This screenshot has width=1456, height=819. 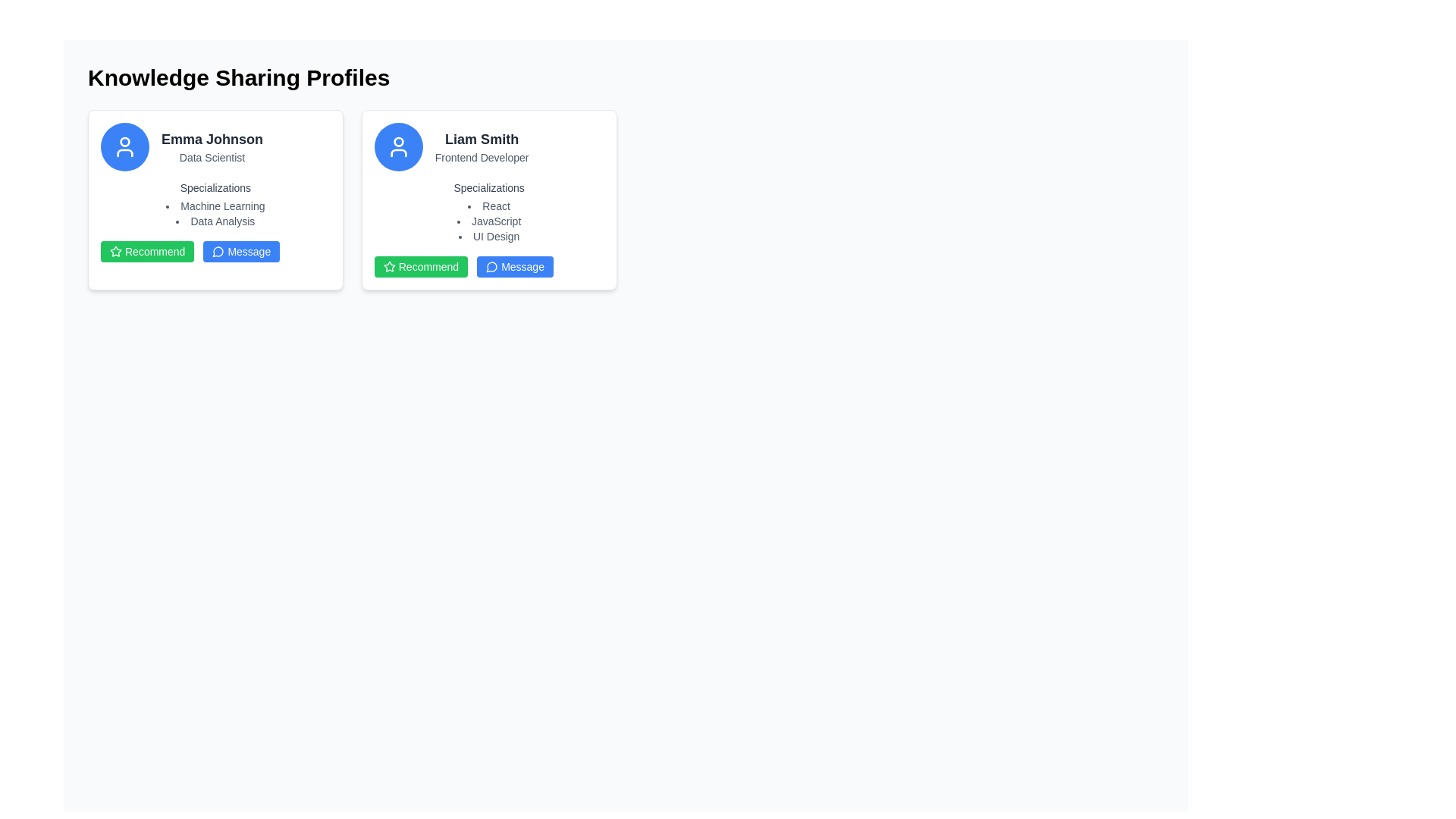 I want to click on the text list with the heading 'Specializations' that includes the items React, JavaScript, and UI Design, located in the card element for Liam Smith, so click(x=489, y=212).